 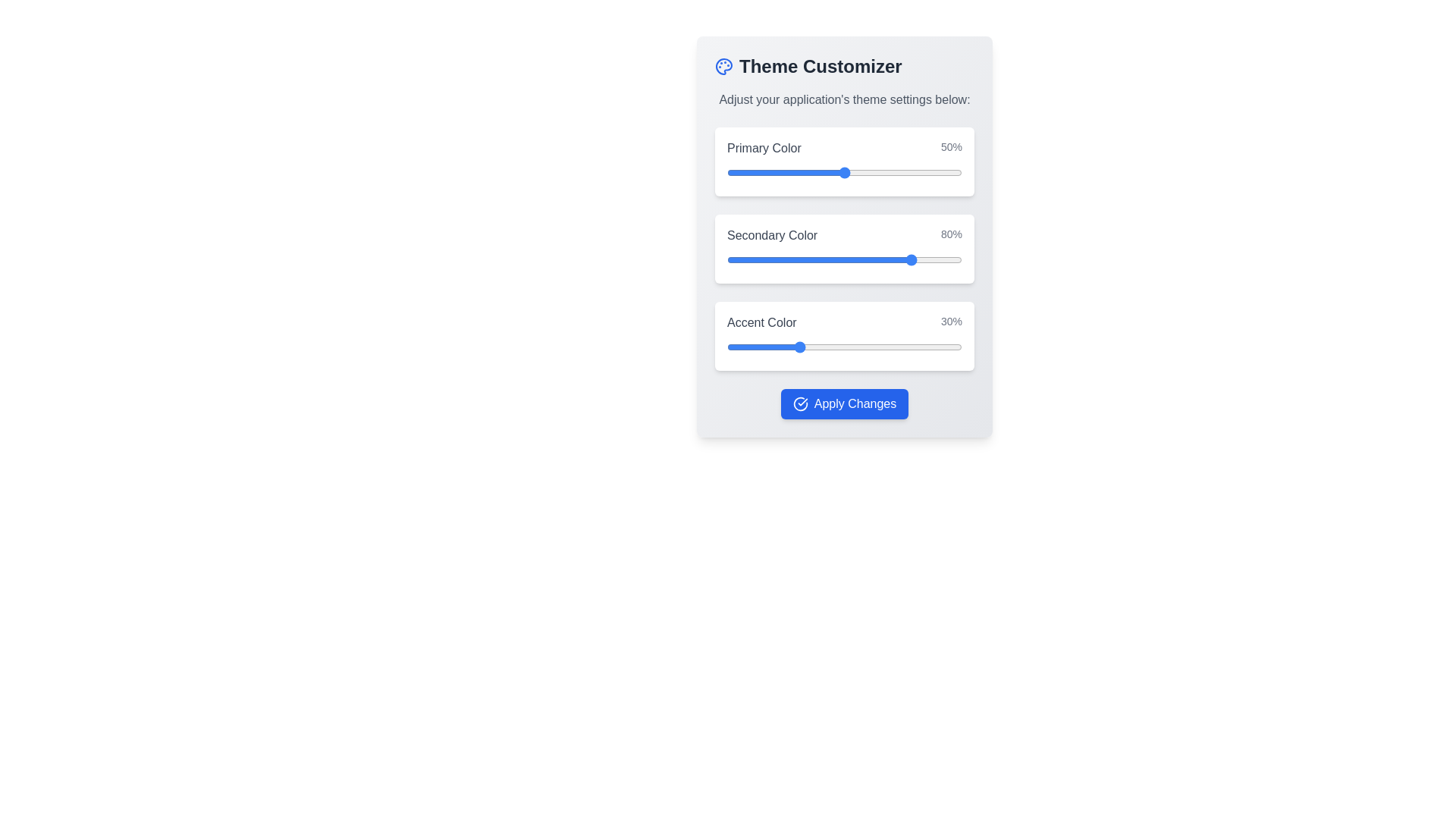 What do you see at coordinates (843, 149) in the screenshot?
I see `'Primary Color' label with the contextual value '50%' displayed in a white background card, which is positioned above a slider input in the topmost card of a vertically stacked group of three color adjustment settings` at bounding box center [843, 149].